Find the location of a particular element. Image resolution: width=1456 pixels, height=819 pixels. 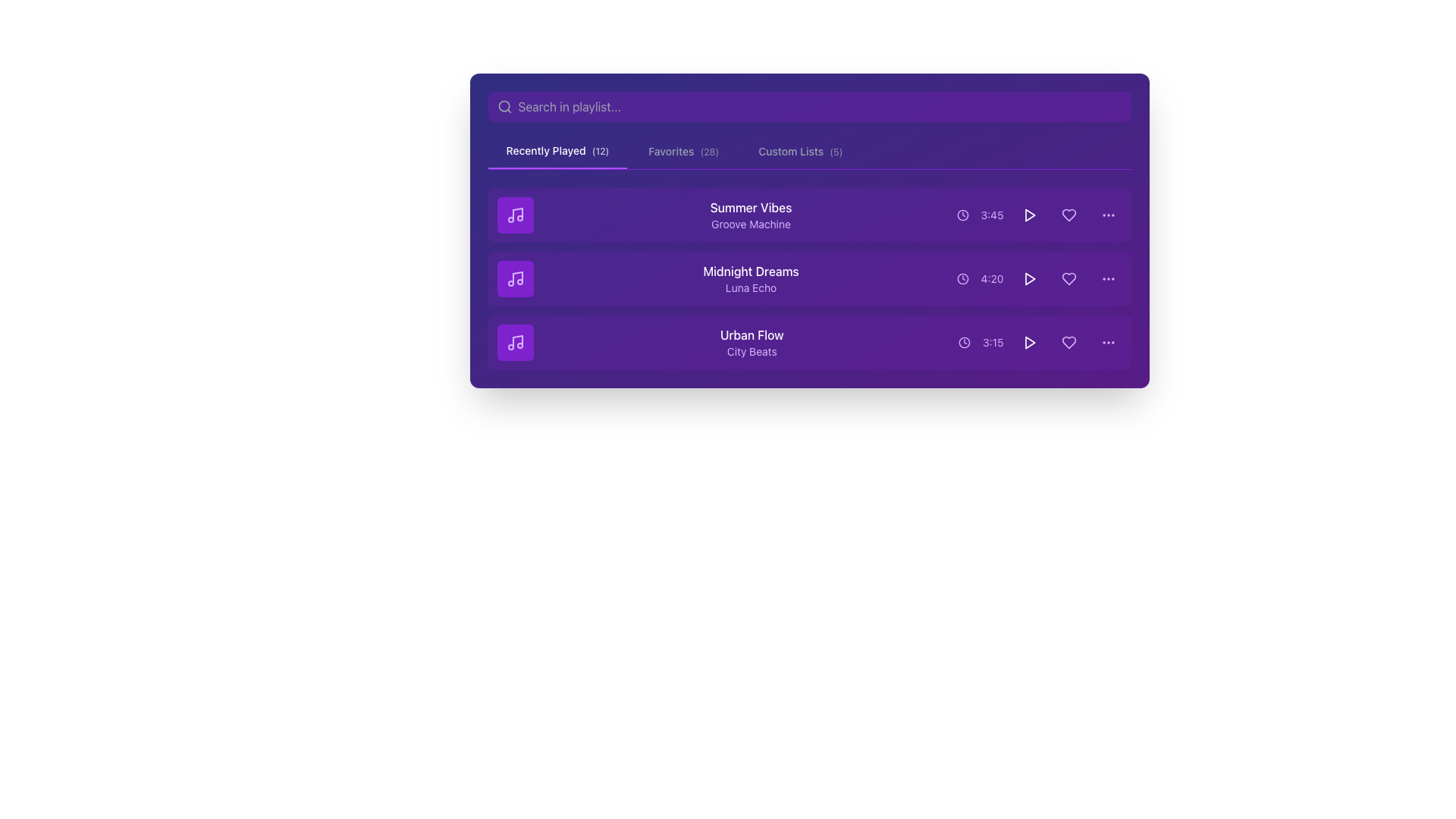

the heart icon button to favorite or unfavorite the 'Midnight Dreams' song located to the right of the song duration and play button is located at coordinates (1068, 278).